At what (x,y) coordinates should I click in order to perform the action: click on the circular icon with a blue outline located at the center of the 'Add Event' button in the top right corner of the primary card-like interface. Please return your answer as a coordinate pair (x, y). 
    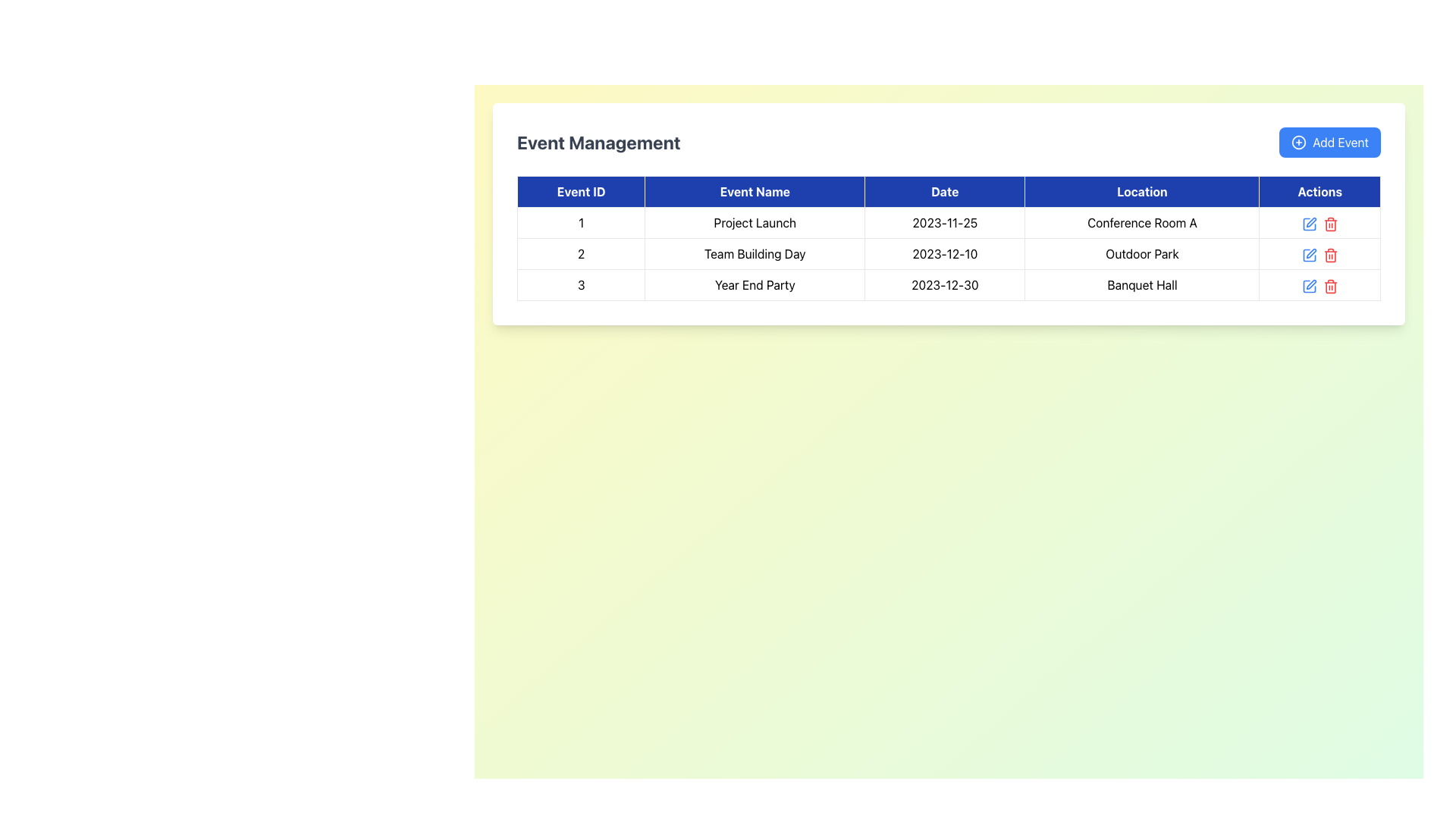
    Looking at the image, I should click on (1298, 143).